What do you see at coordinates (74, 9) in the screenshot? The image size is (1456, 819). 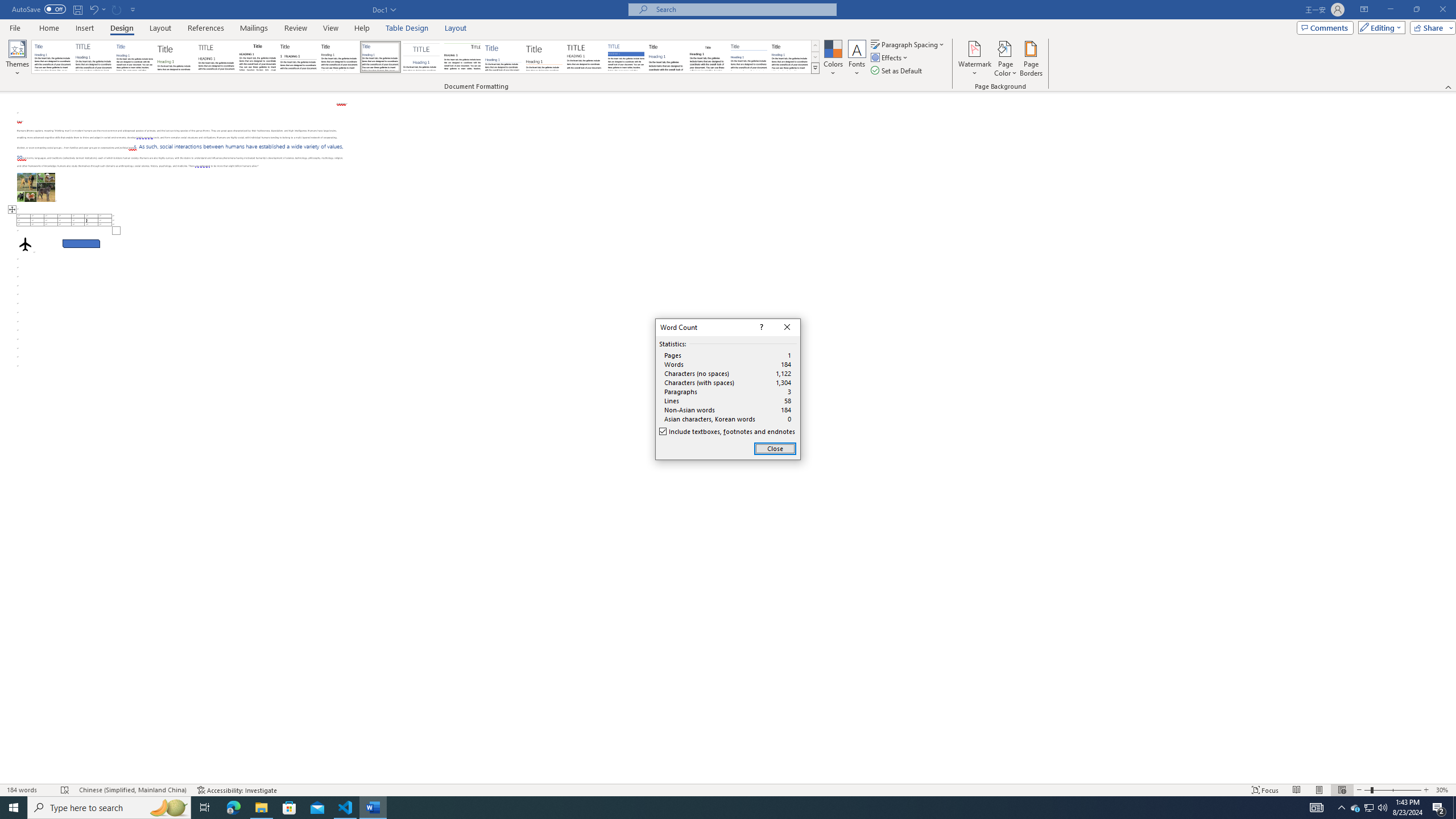 I see `'Quick Access Toolbar'` at bounding box center [74, 9].